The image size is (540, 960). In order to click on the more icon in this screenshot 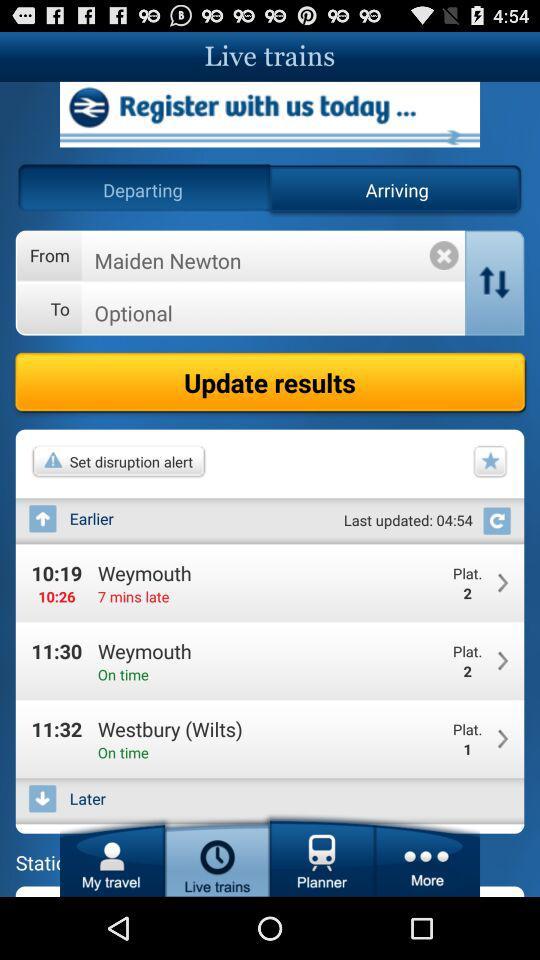, I will do `click(426, 914)`.